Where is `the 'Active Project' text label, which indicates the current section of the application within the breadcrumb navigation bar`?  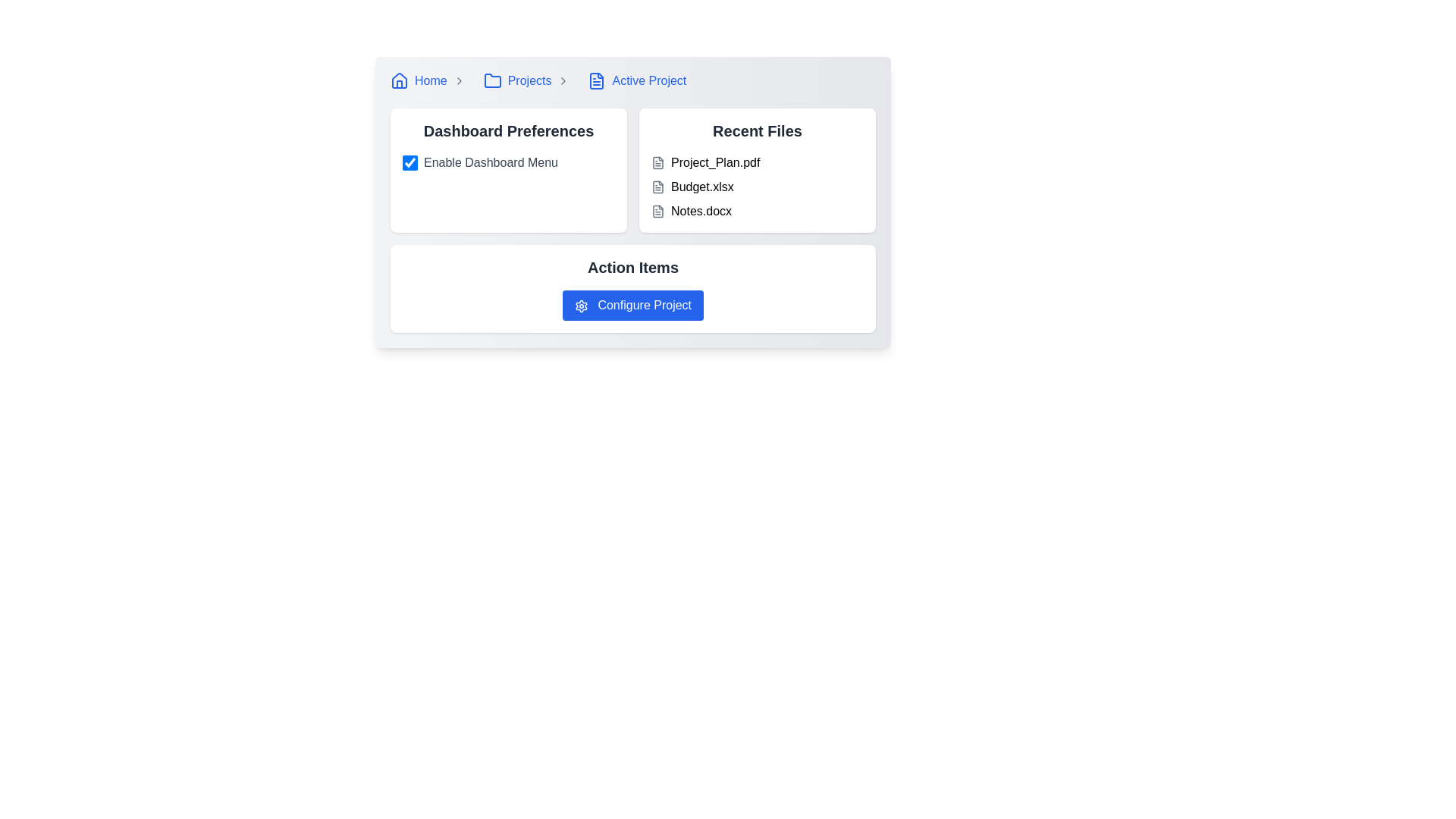
the 'Active Project' text label, which indicates the current section of the application within the breadcrumb navigation bar is located at coordinates (649, 81).